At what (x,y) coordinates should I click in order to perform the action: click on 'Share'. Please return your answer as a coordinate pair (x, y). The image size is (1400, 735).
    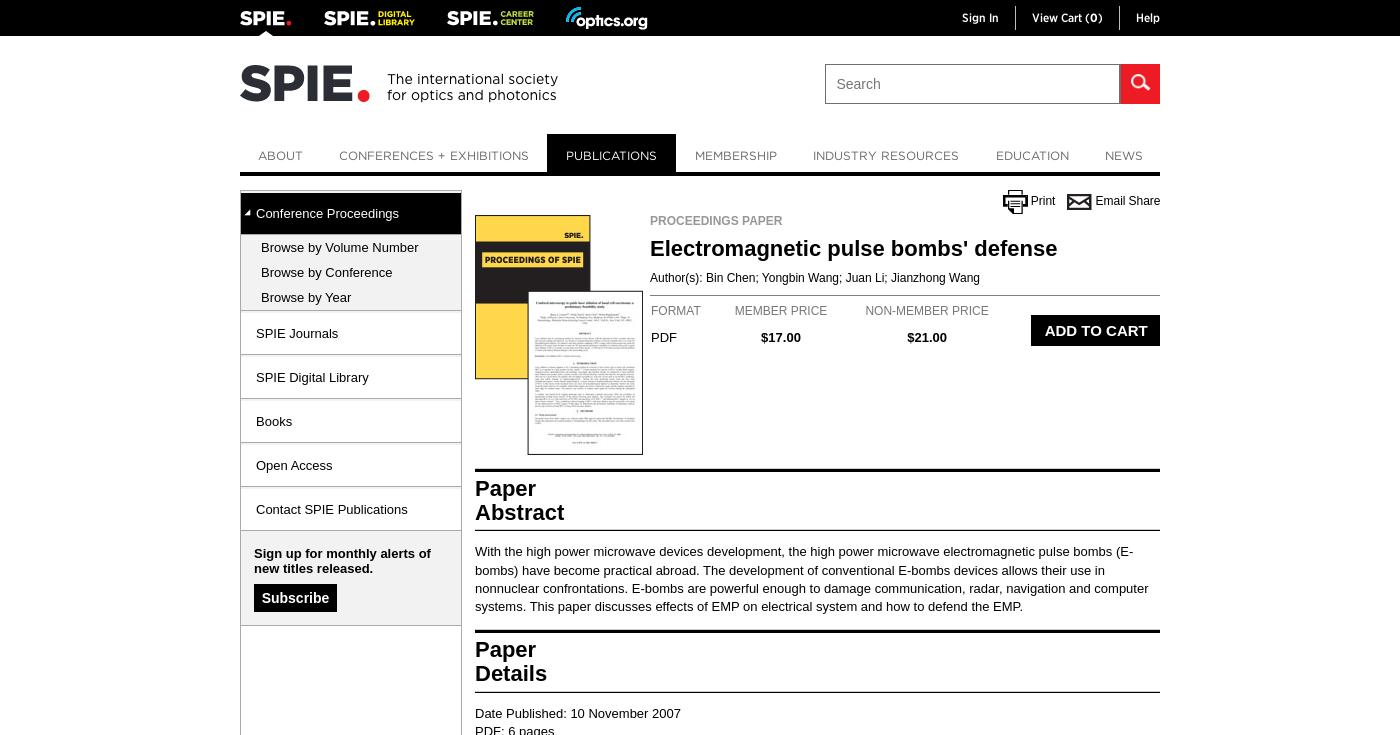
    Looking at the image, I should click on (1143, 201).